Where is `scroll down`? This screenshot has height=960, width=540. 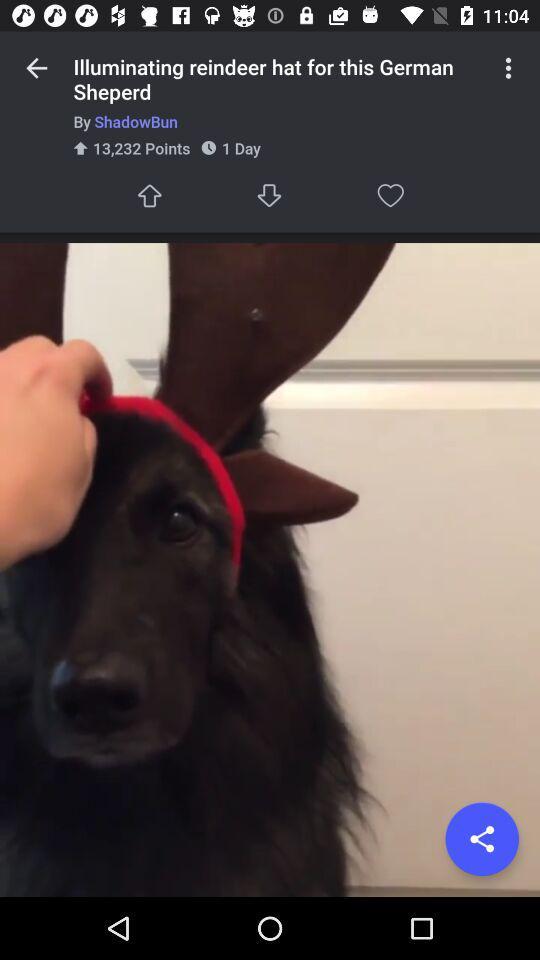
scroll down is located at coordinates (270, 195).